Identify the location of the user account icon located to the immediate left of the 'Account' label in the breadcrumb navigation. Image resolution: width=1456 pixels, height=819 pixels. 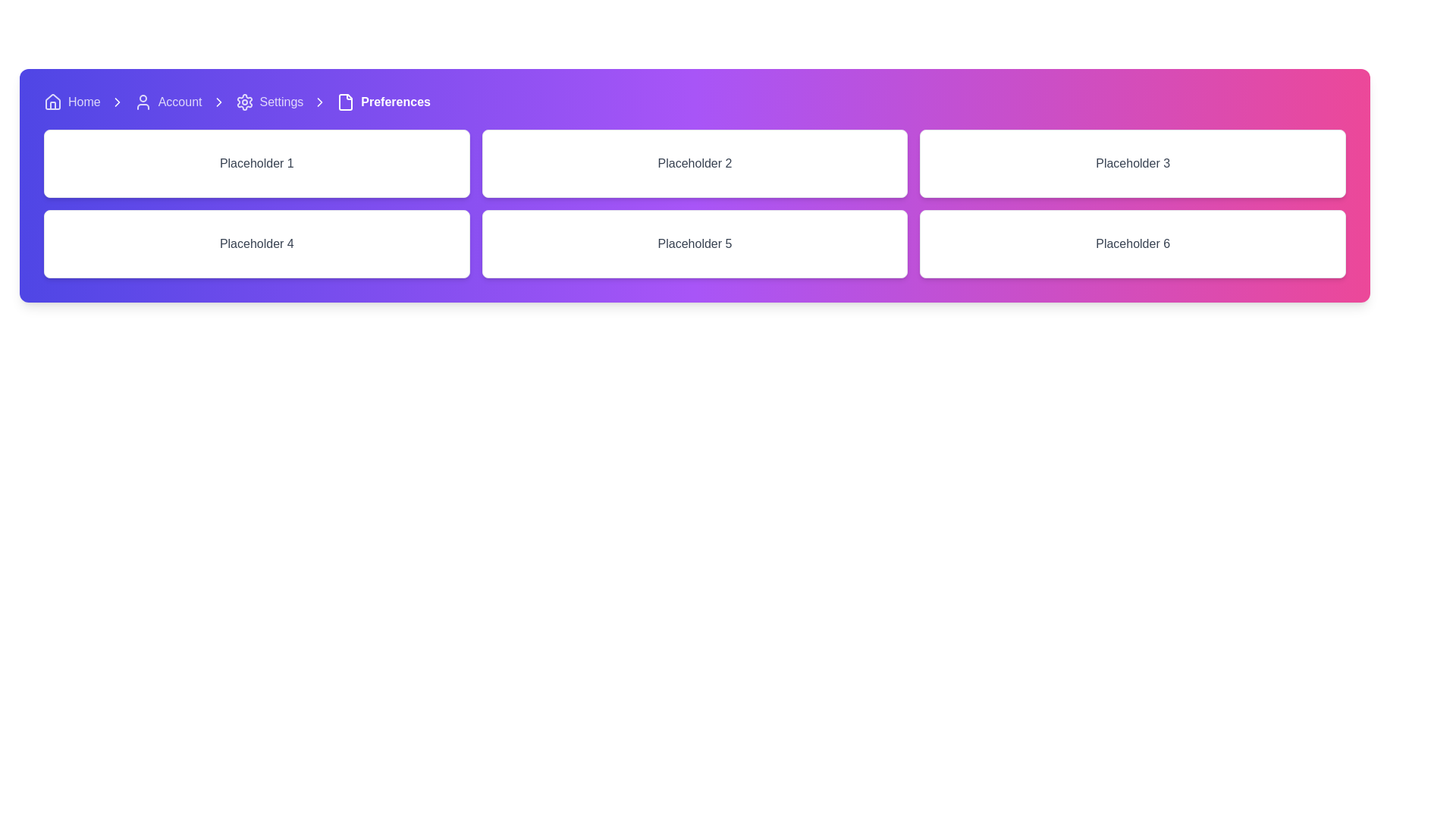
(143, 102).